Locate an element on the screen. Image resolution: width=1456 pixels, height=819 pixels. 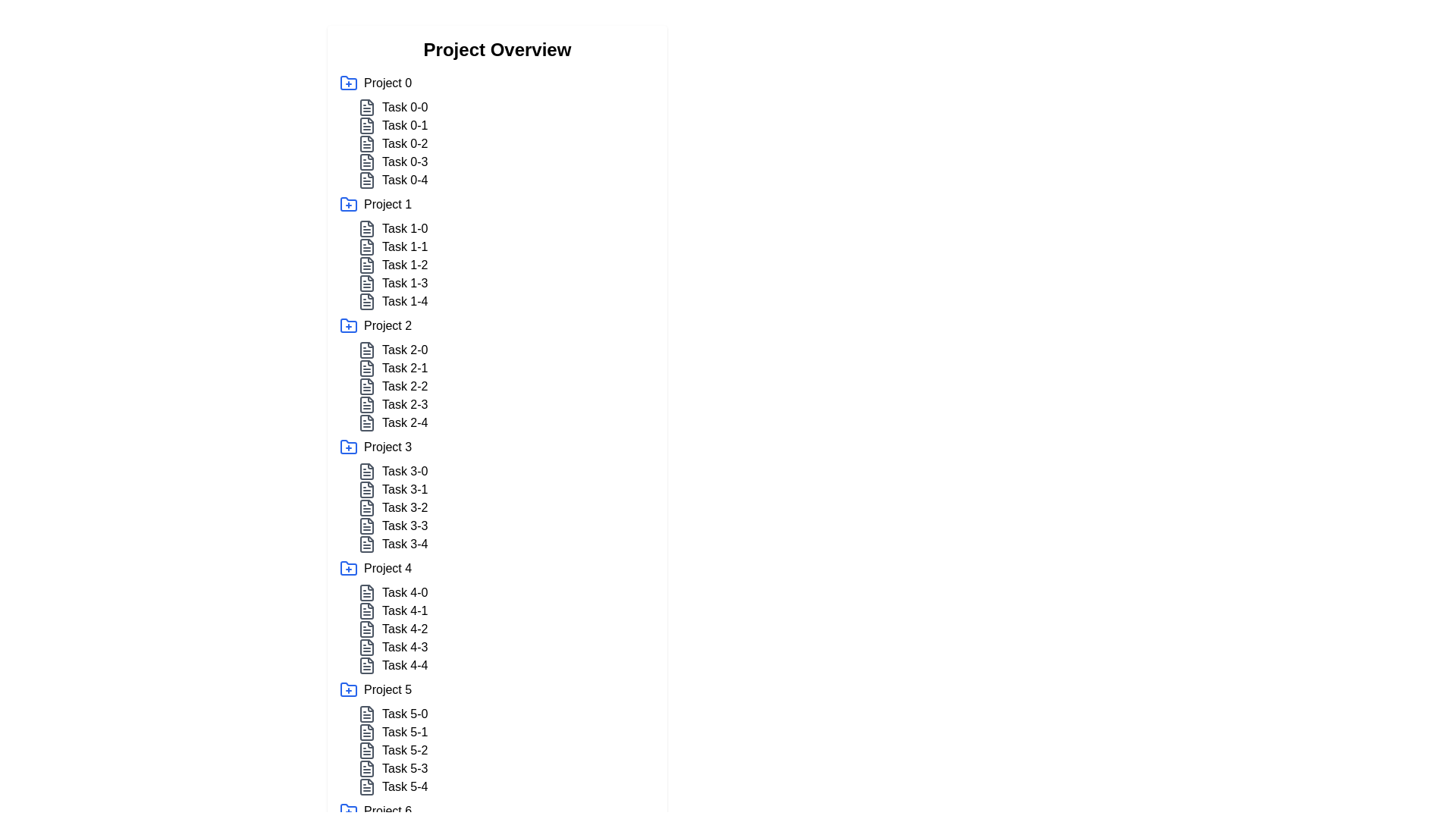
the gray document icon located to the left of the label 'Task 3-1' in the Project Overview list for visual identification is located at coordinates (367, 489).